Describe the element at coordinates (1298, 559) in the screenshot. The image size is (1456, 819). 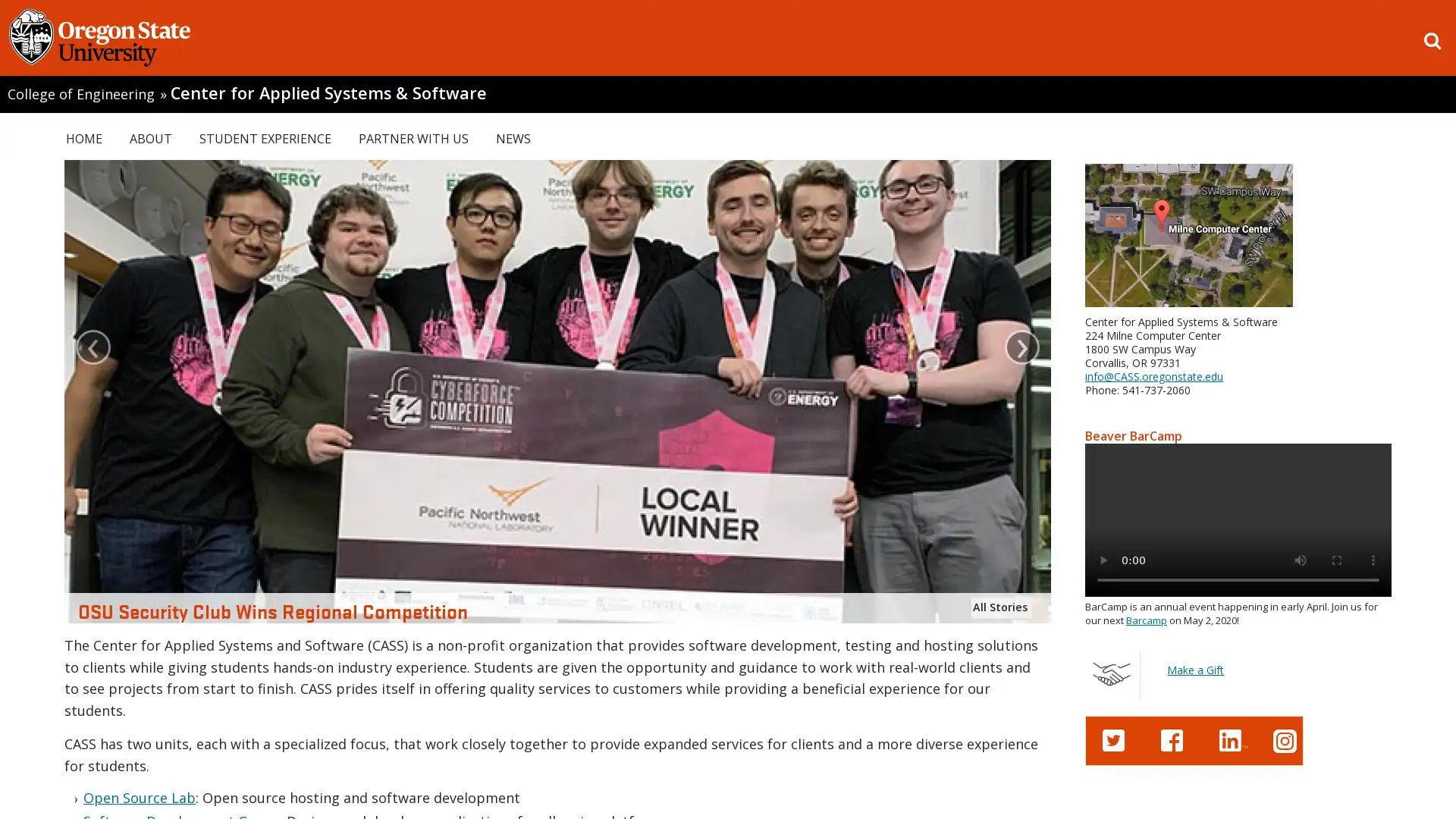
I see `mute` at that location.